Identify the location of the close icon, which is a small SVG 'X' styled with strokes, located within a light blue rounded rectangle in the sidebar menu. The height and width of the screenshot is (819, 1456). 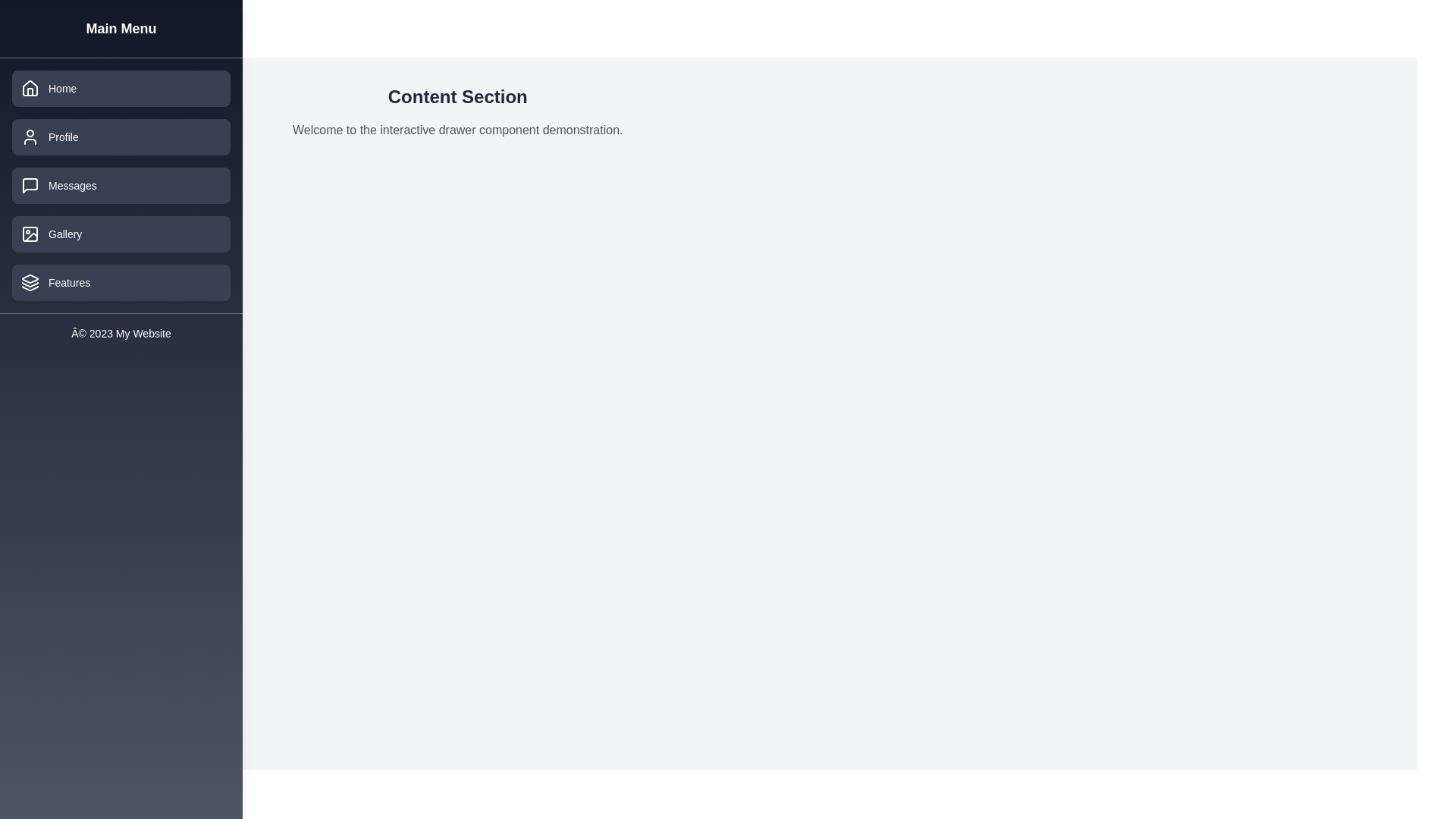
(47, 82).